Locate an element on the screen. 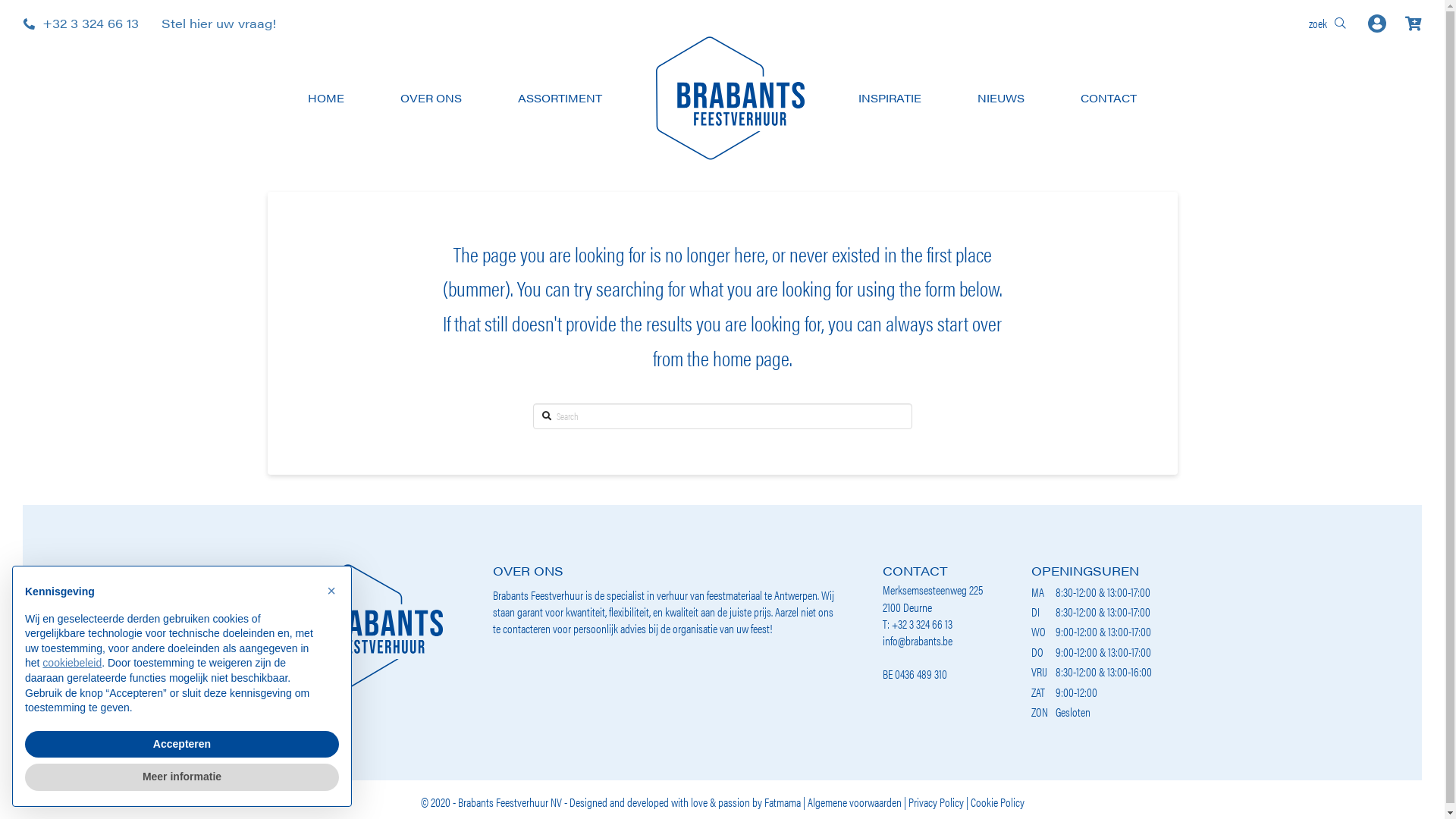  'cookiebeleid' is located at coordinates (71, 662).